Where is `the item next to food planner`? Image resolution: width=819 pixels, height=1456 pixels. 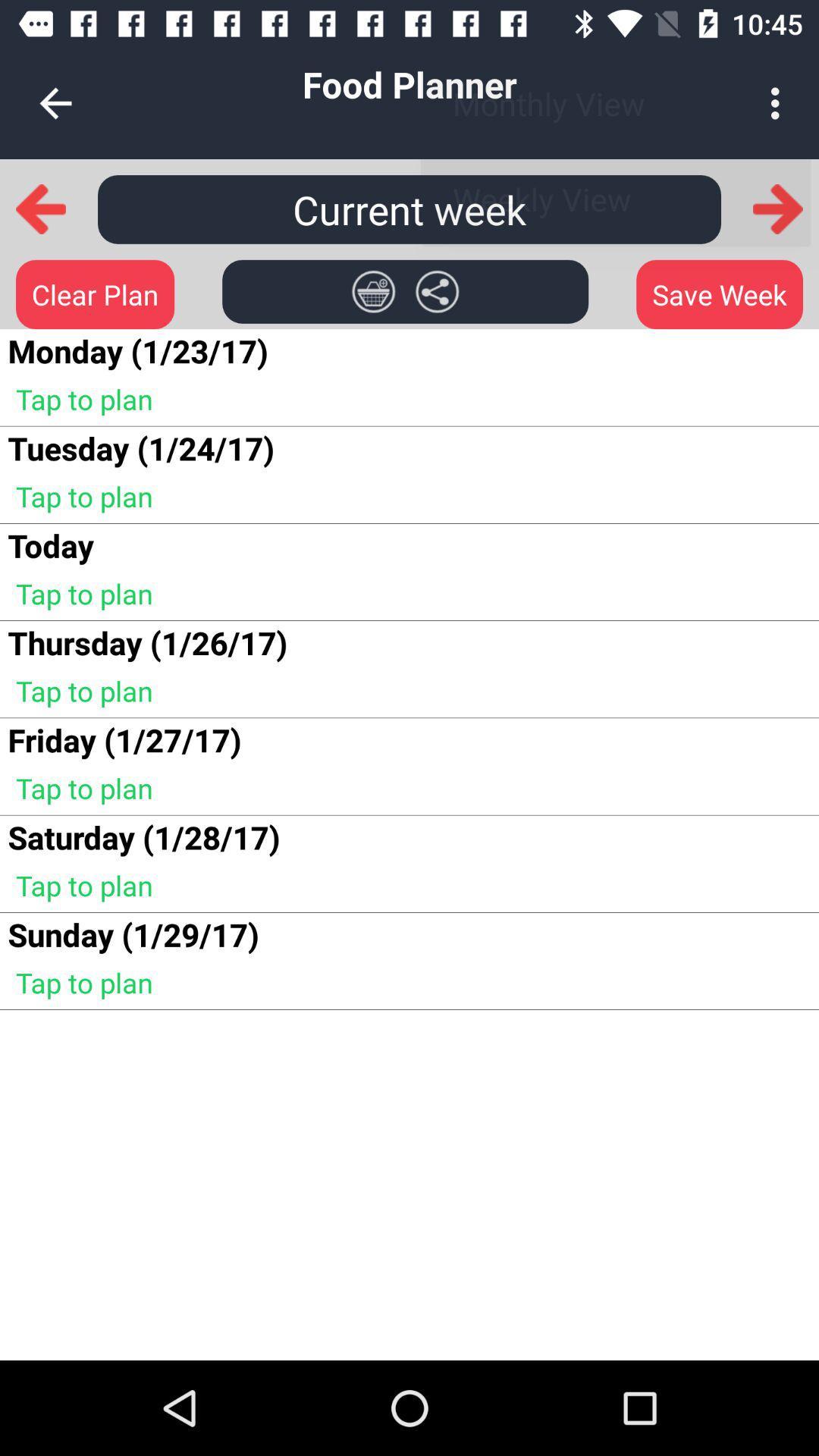
the item next to food planner is located at coordinates (779, 102).